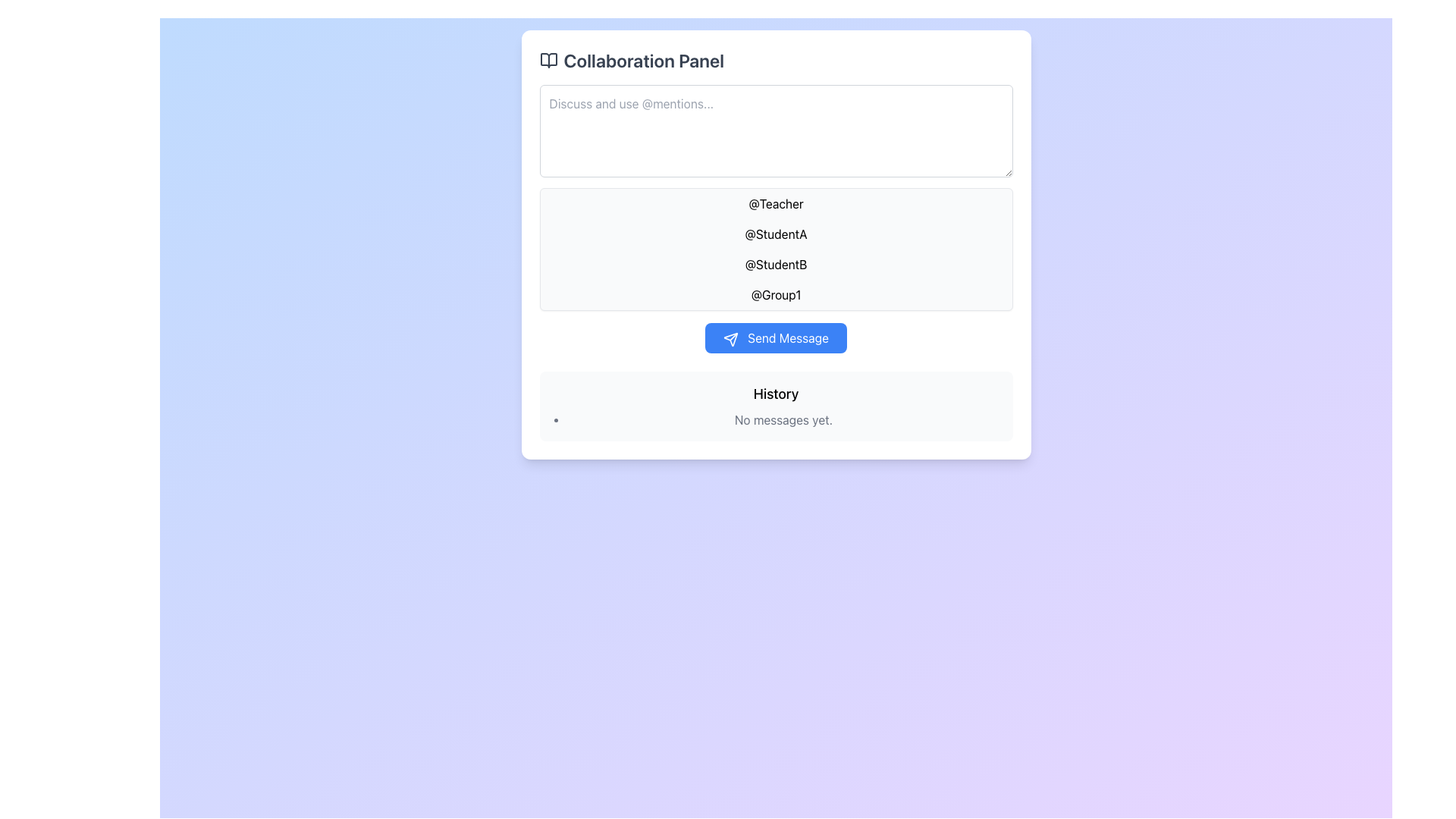  Describe the element at coordinates (776, 263) in the screenshot. I see `the List Item displaying '@StudentB'` at that location.